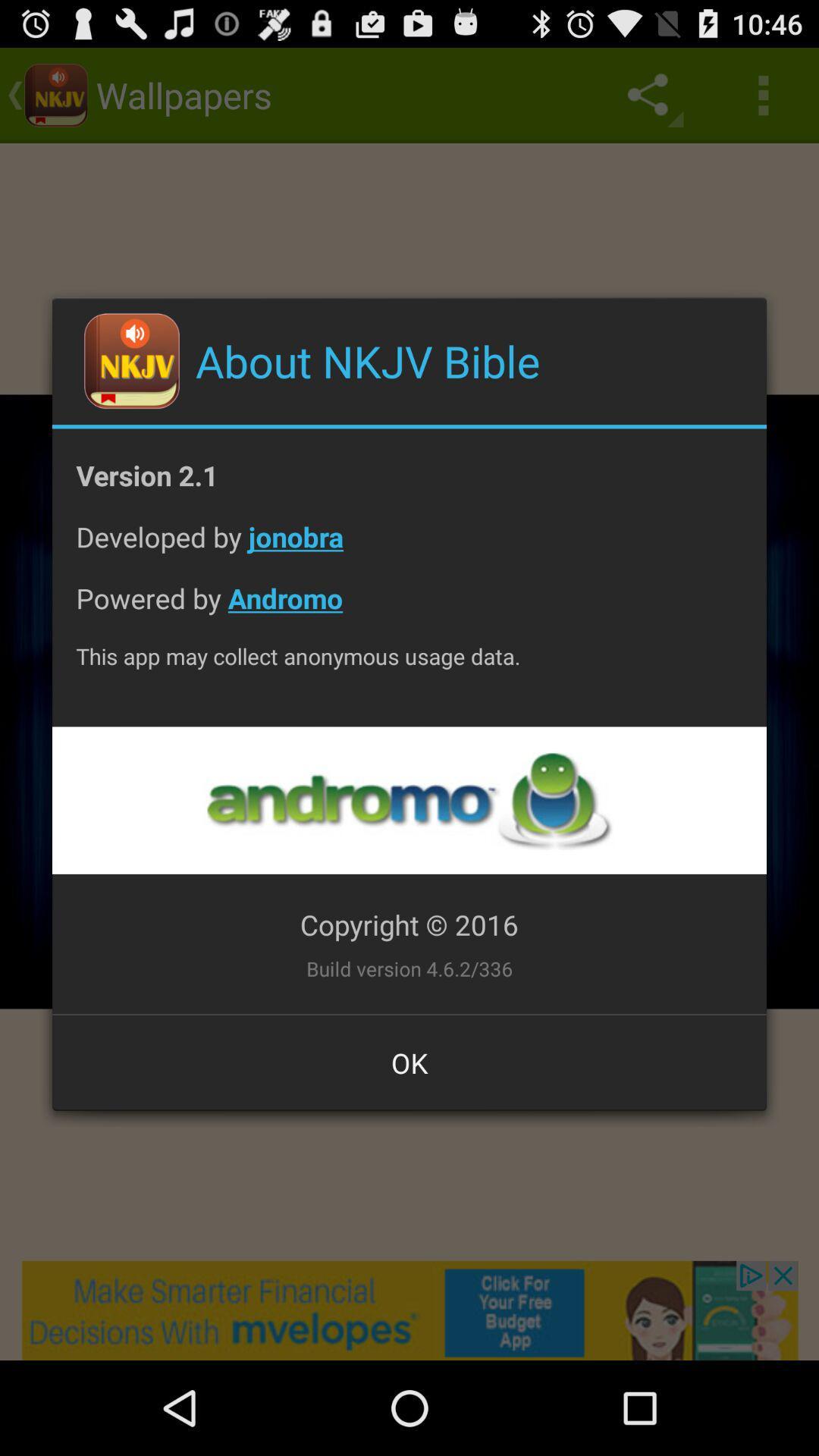 Image resolution: width=819 pixels, height=1456 pixels. What do you see at coordinates (409, 548) in the screenshot?
I see `the developed by jonobra item` at bounding box center [409, 548].